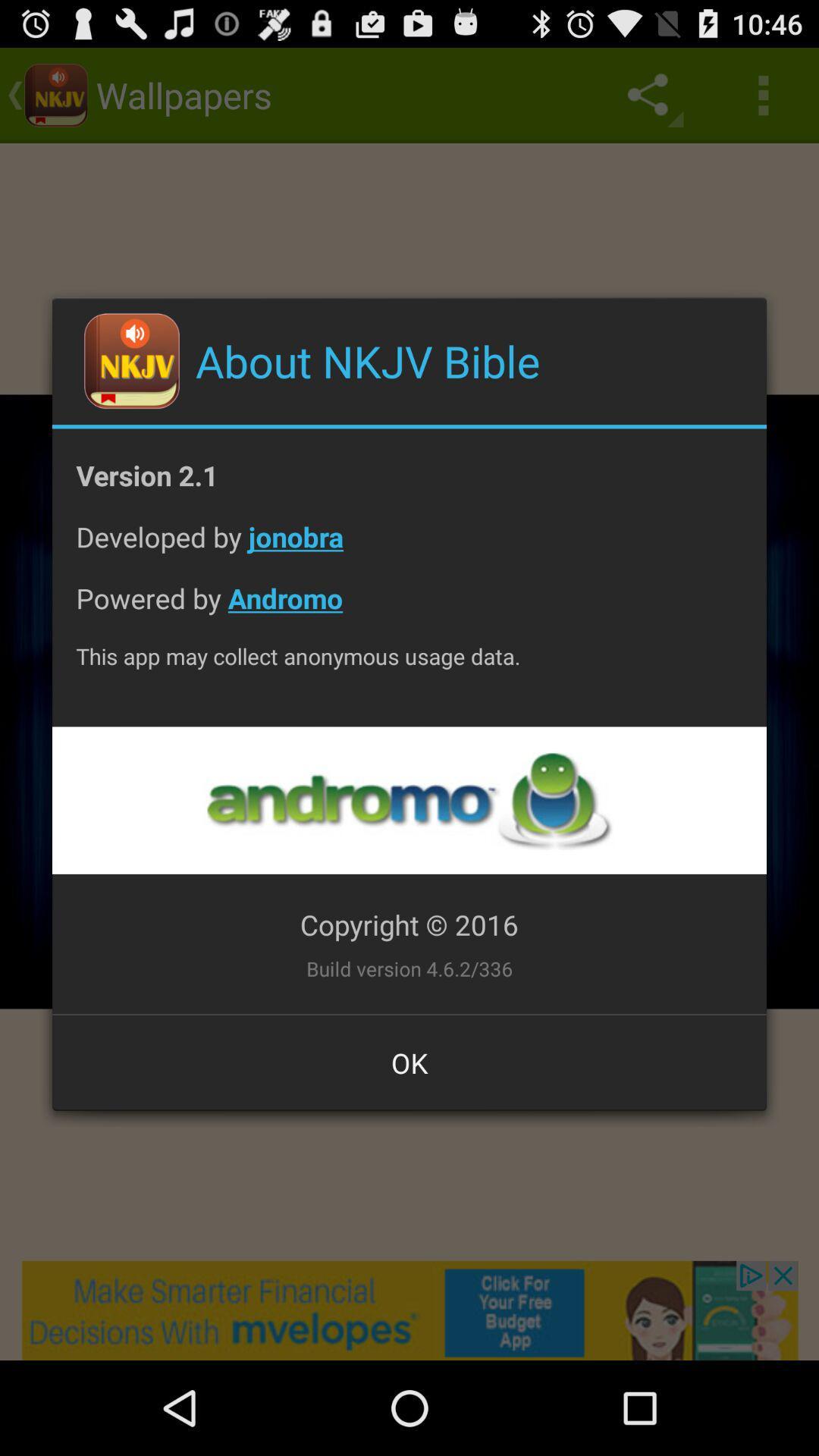 Image resolution: width=819 pixels, height=1456 pixels. What do you see at coordinates (409, 548) in the screenshot?
I see `the developed by jonobra item` at bounding box center [409, 548].